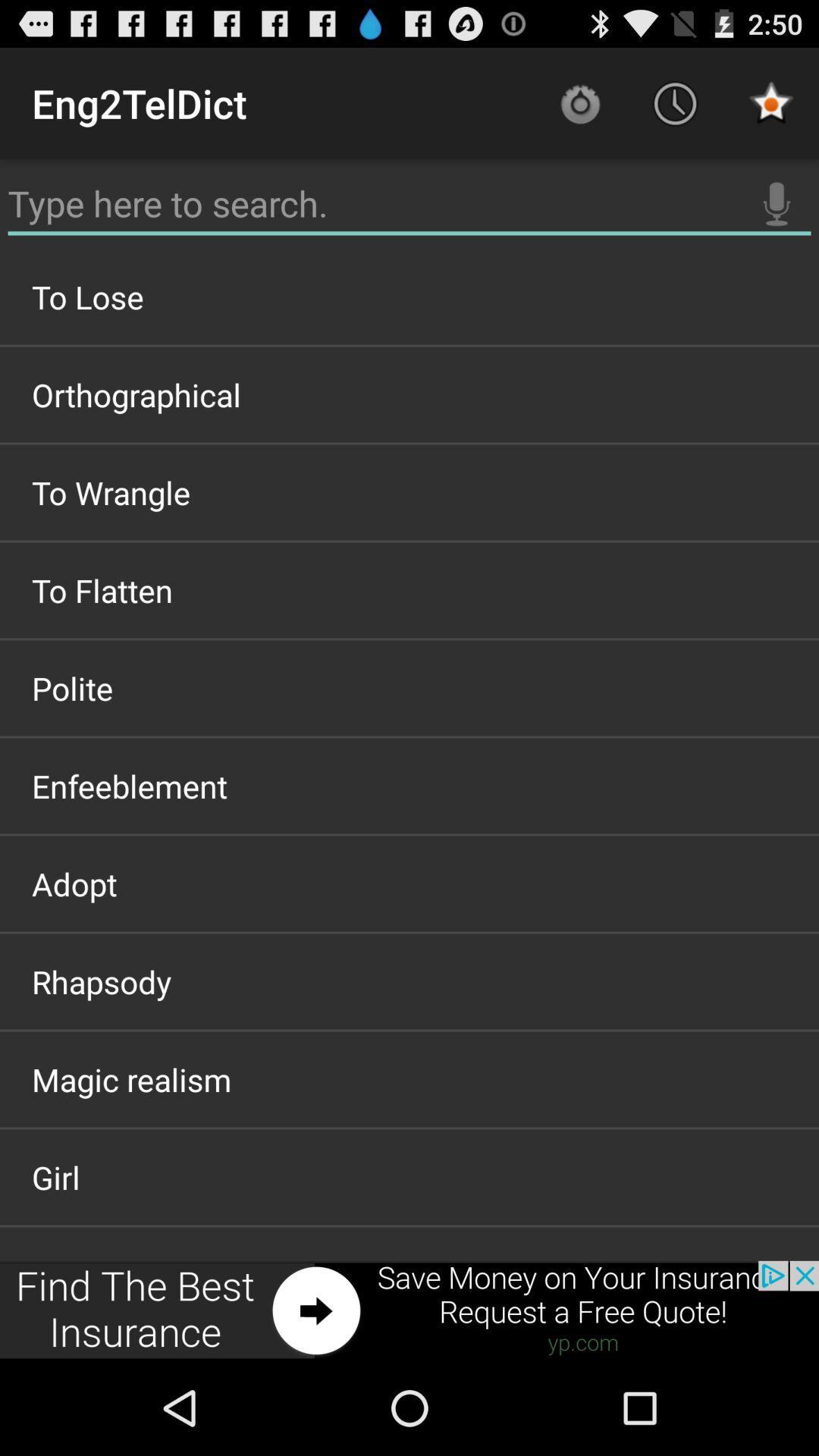 Image resolution: width=819 pixels, height=1456 pixels. What do you see at coordinates (409, 492) in the screenshot?
I see `the icon below the orthographical icon` at bounding box center [409, 492].